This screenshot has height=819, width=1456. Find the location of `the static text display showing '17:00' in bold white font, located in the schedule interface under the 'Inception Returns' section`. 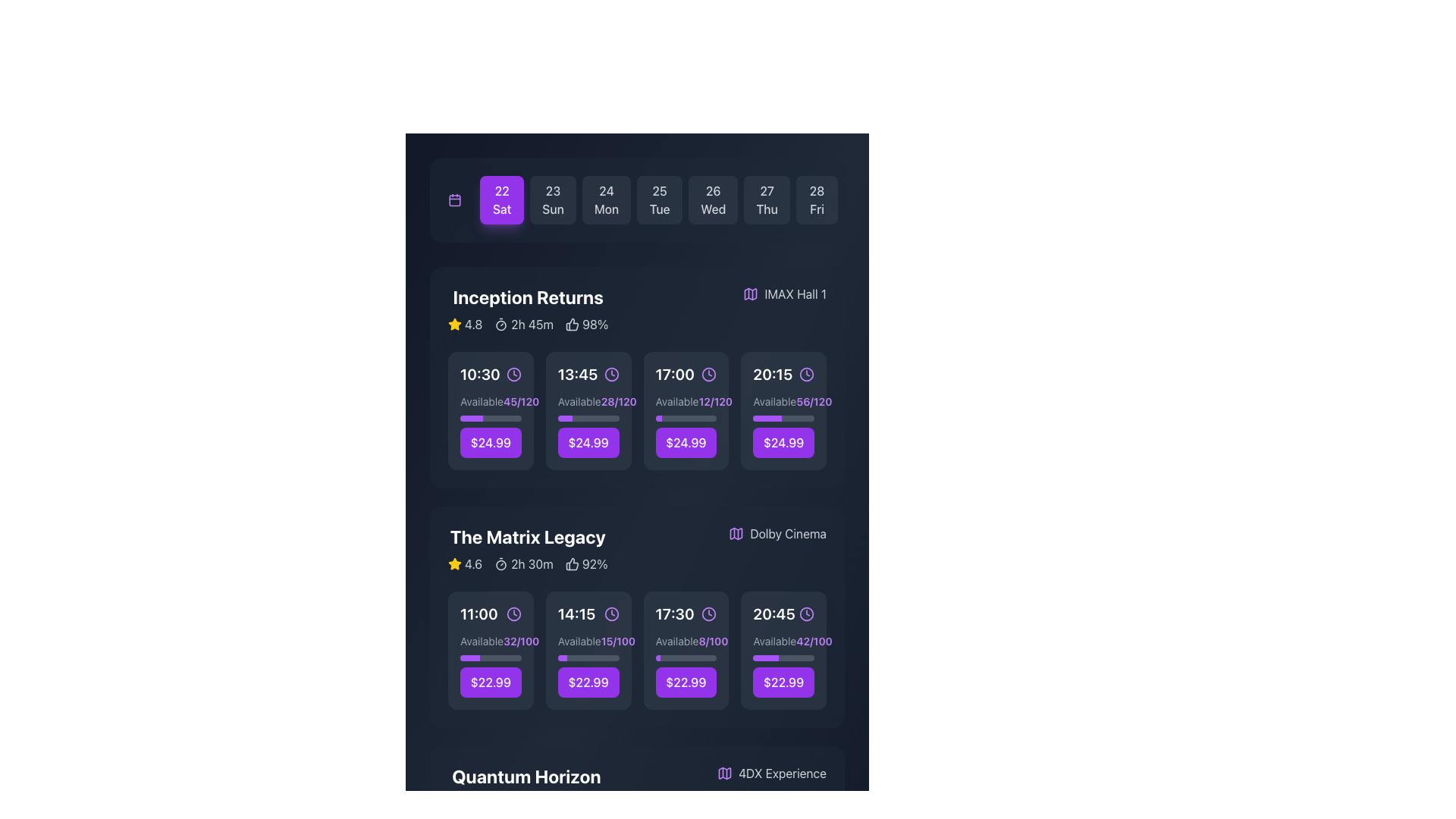

the static text display showing '17:00' in bold white font, located in the schedule interface under the 'Inception Returns' section is located at coordinates (674, 374).